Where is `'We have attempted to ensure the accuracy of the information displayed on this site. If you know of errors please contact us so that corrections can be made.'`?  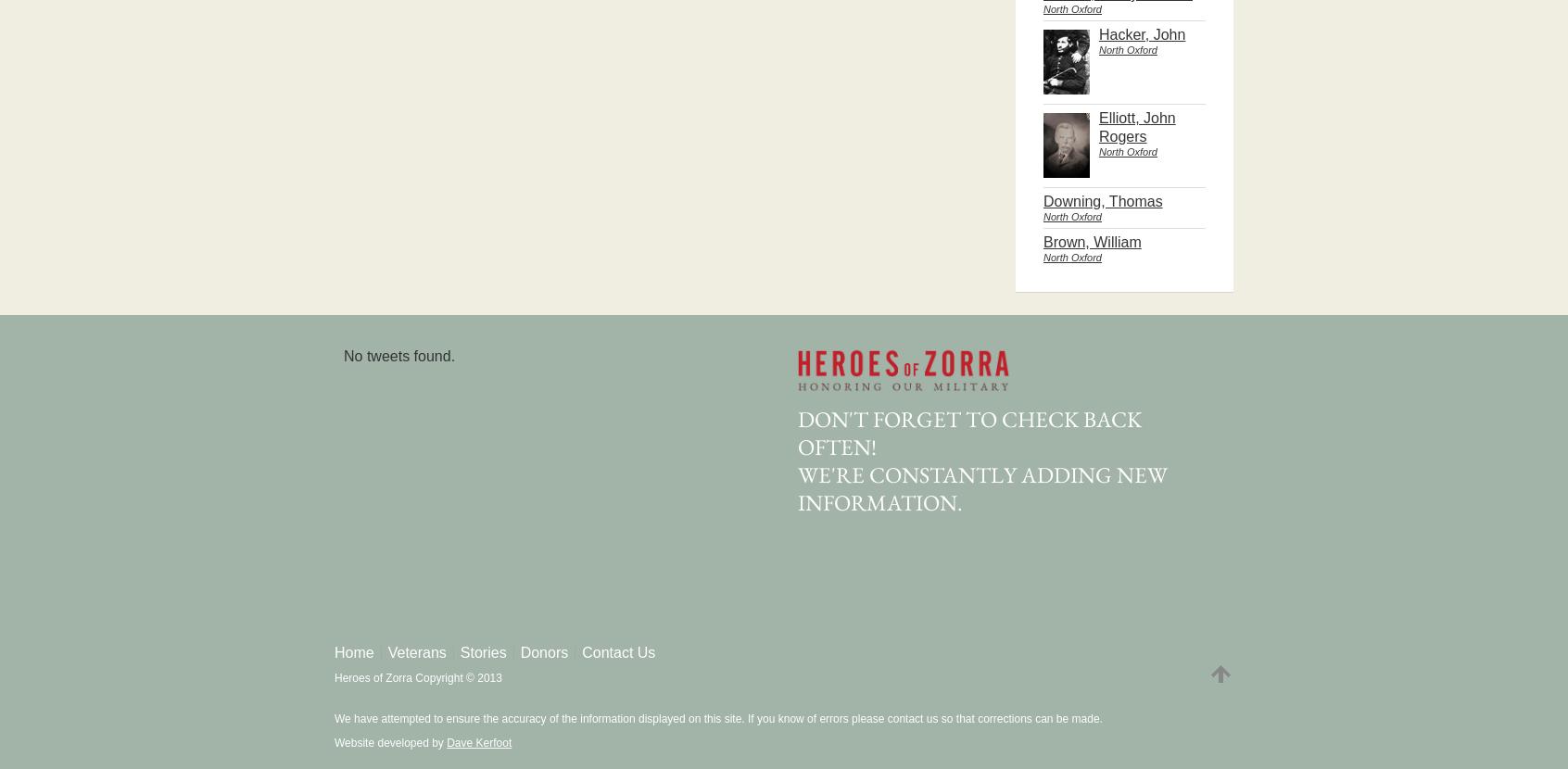
'We have attempted to ensure the accuracy of the information displayed on this site. If you know of errors please contact us so that corrections can be made.' is located at coordinates (716, 718).